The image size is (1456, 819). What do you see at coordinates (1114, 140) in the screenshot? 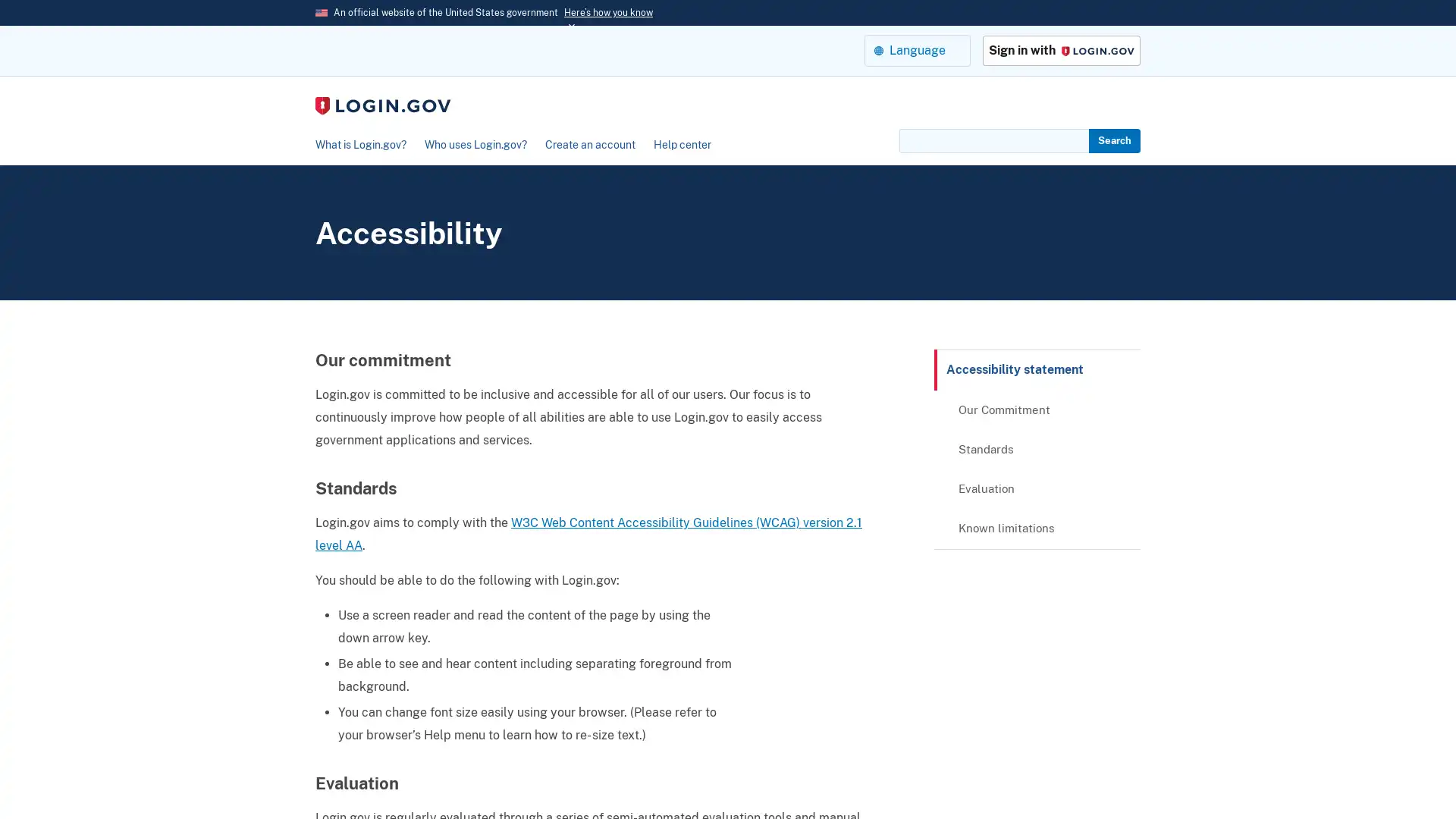
I see `Search` at bounding box center [1114, 140].